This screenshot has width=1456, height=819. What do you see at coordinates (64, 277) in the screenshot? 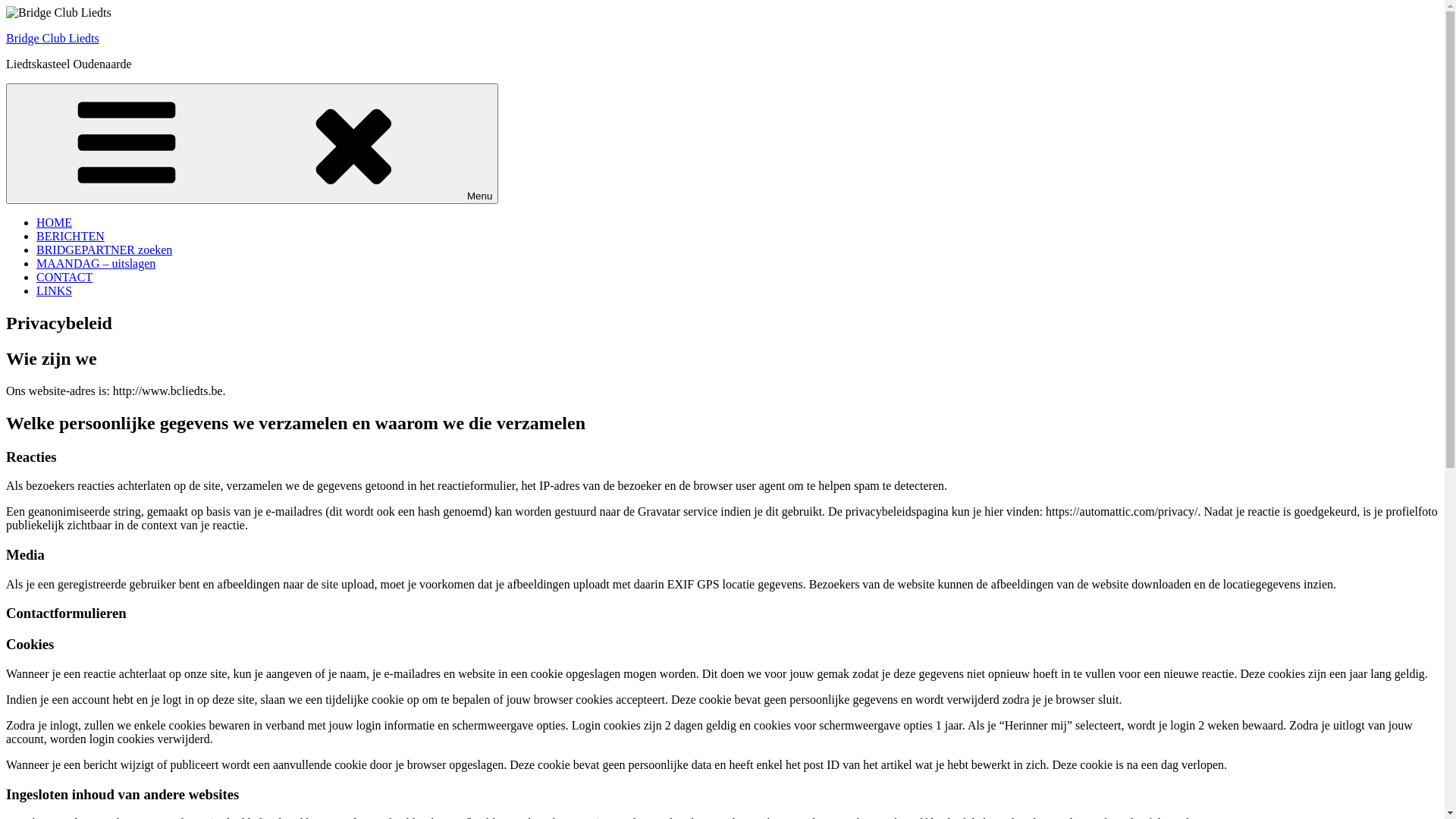
I see `'CONTACT'` at bounding box center [64, 277].